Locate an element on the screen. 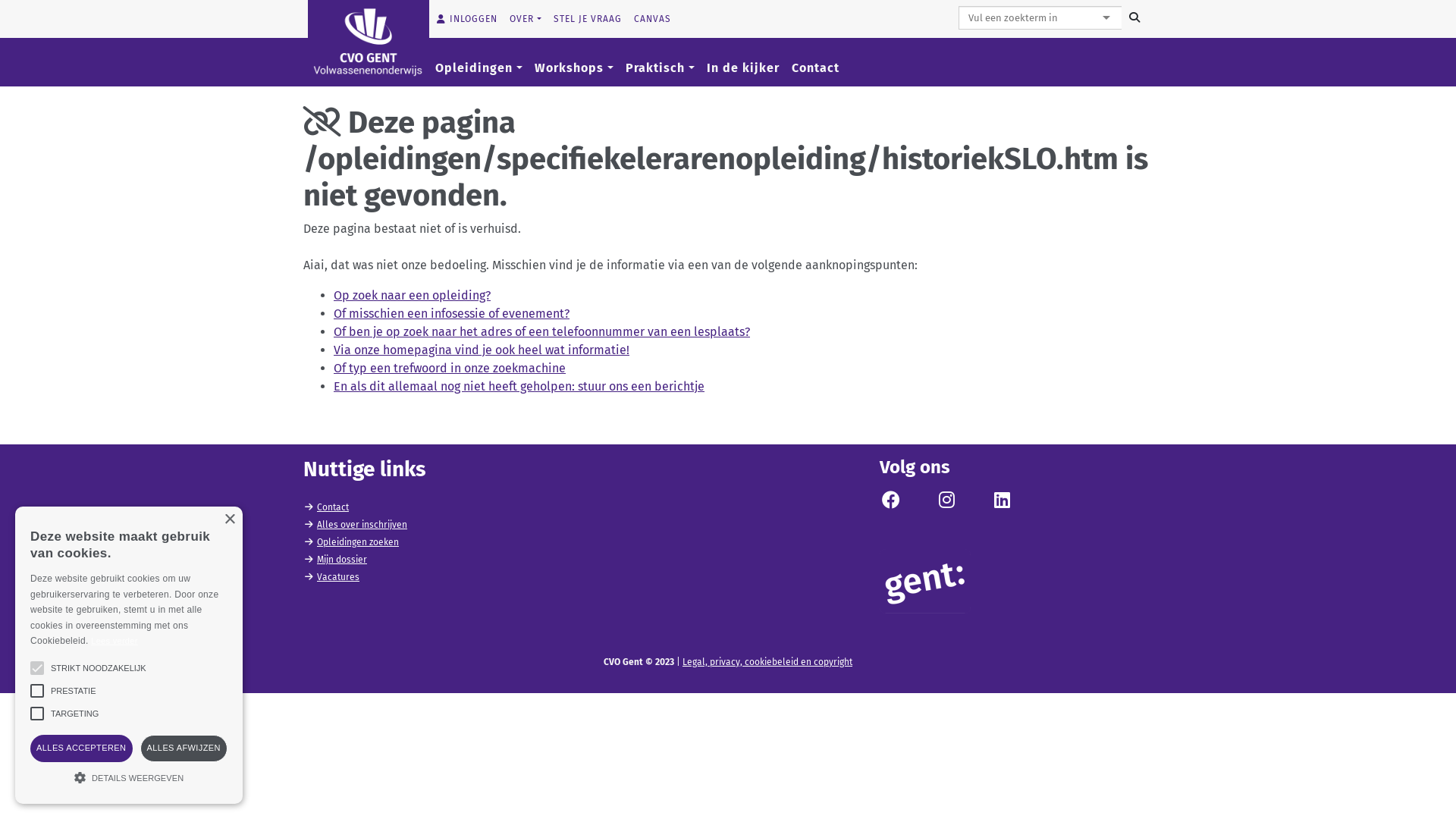 This screenshot has height=819, width=1456. 'STEL JE VRAAG' is located at coordinates (586, 18).